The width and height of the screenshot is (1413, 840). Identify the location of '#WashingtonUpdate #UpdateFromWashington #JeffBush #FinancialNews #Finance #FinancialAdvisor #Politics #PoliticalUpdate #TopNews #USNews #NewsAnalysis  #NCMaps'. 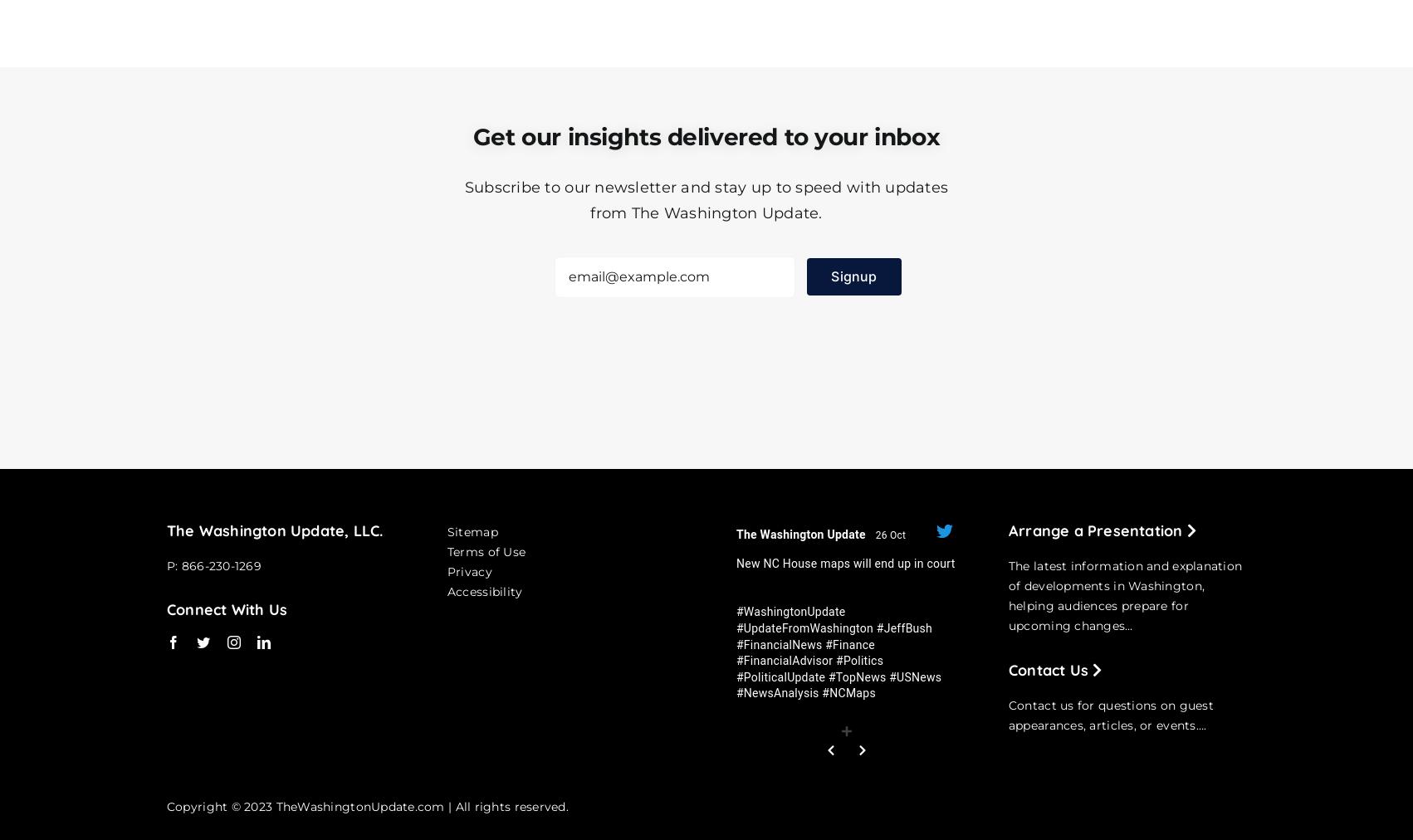
(628, 651).